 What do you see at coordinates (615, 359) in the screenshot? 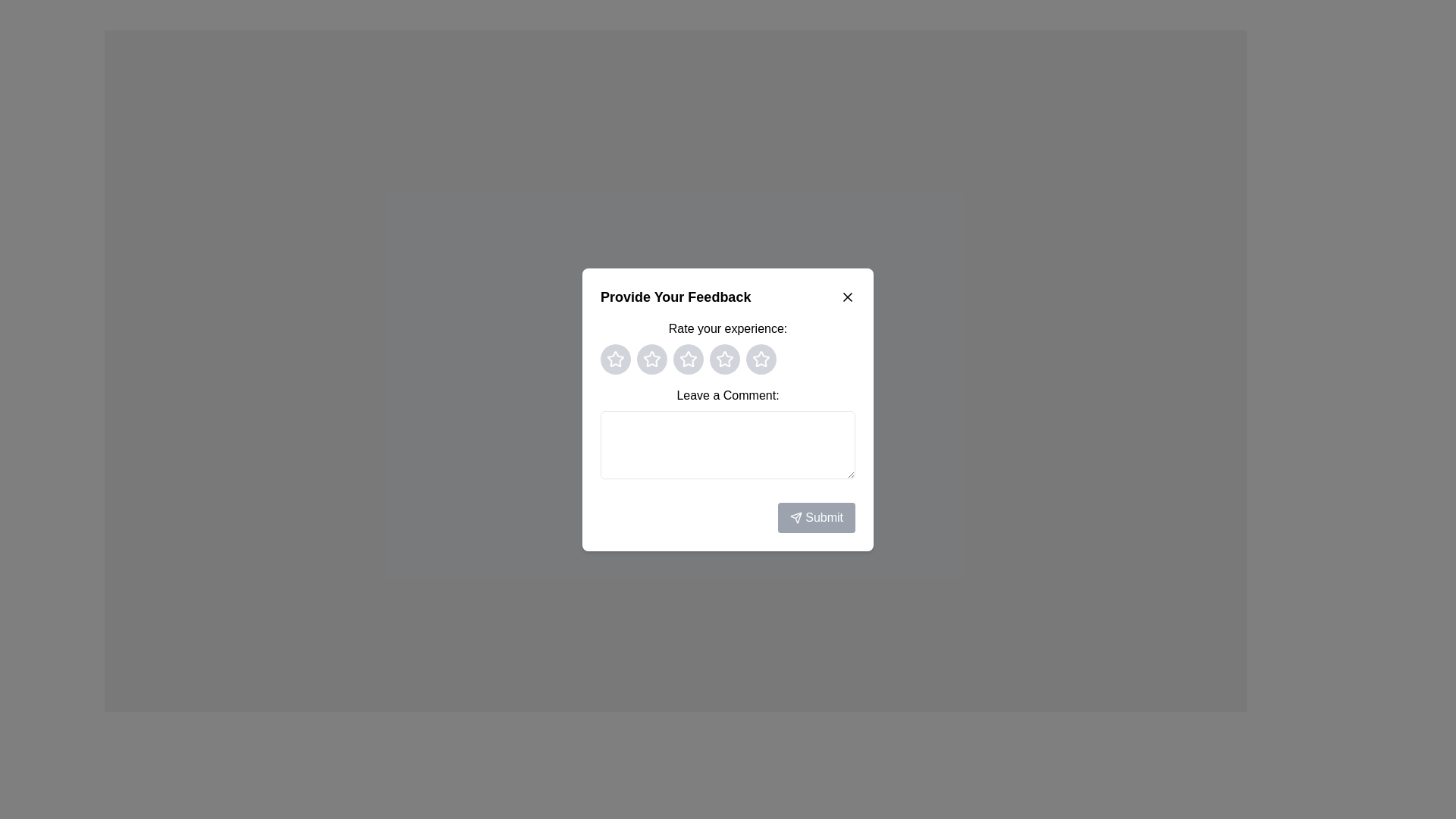
I see `the first star icon` at bounding box center [615, 359].